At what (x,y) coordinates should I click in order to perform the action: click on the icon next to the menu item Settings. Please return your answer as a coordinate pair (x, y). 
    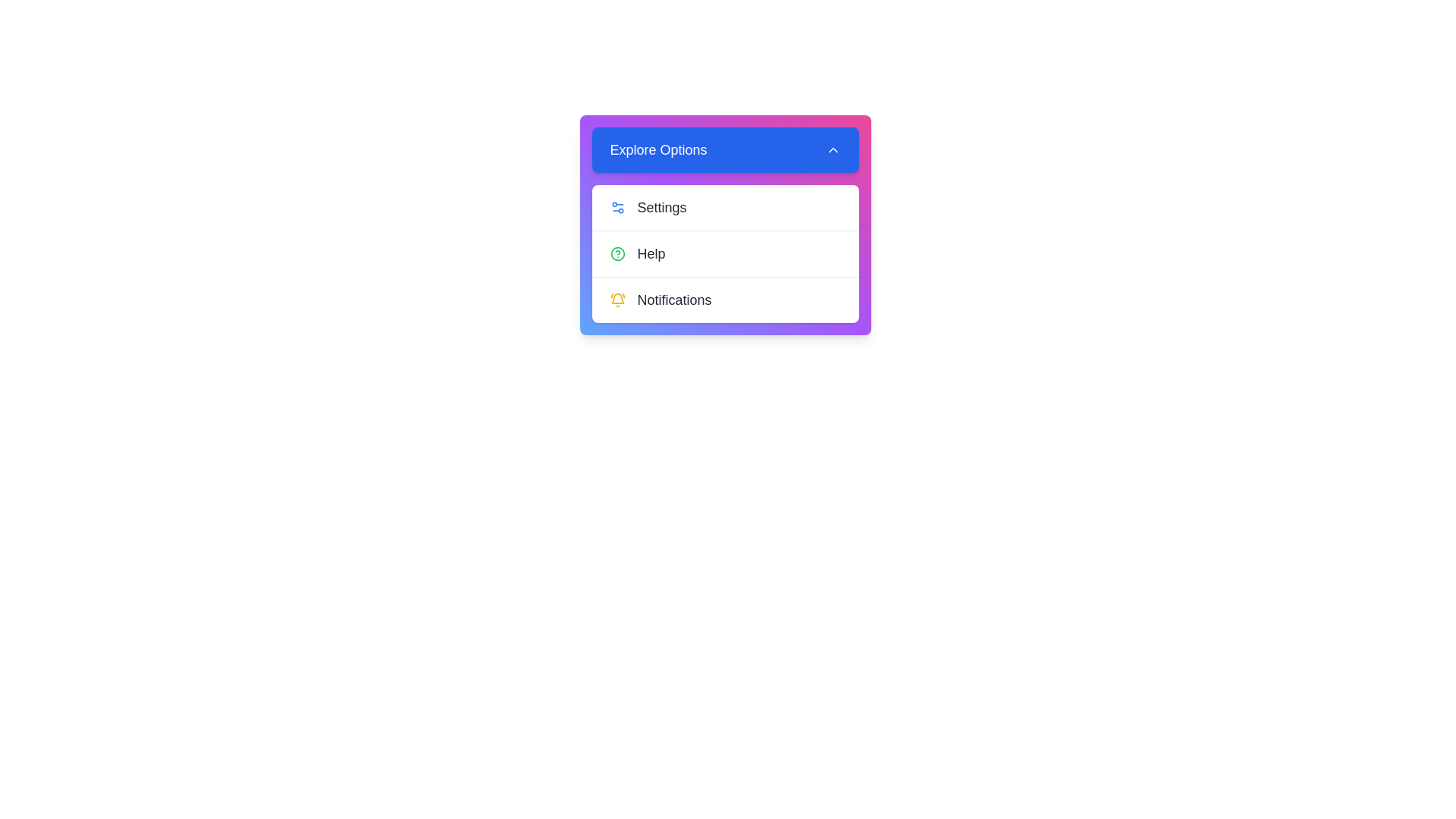
    Looking at the image, I should click on (617, 207).